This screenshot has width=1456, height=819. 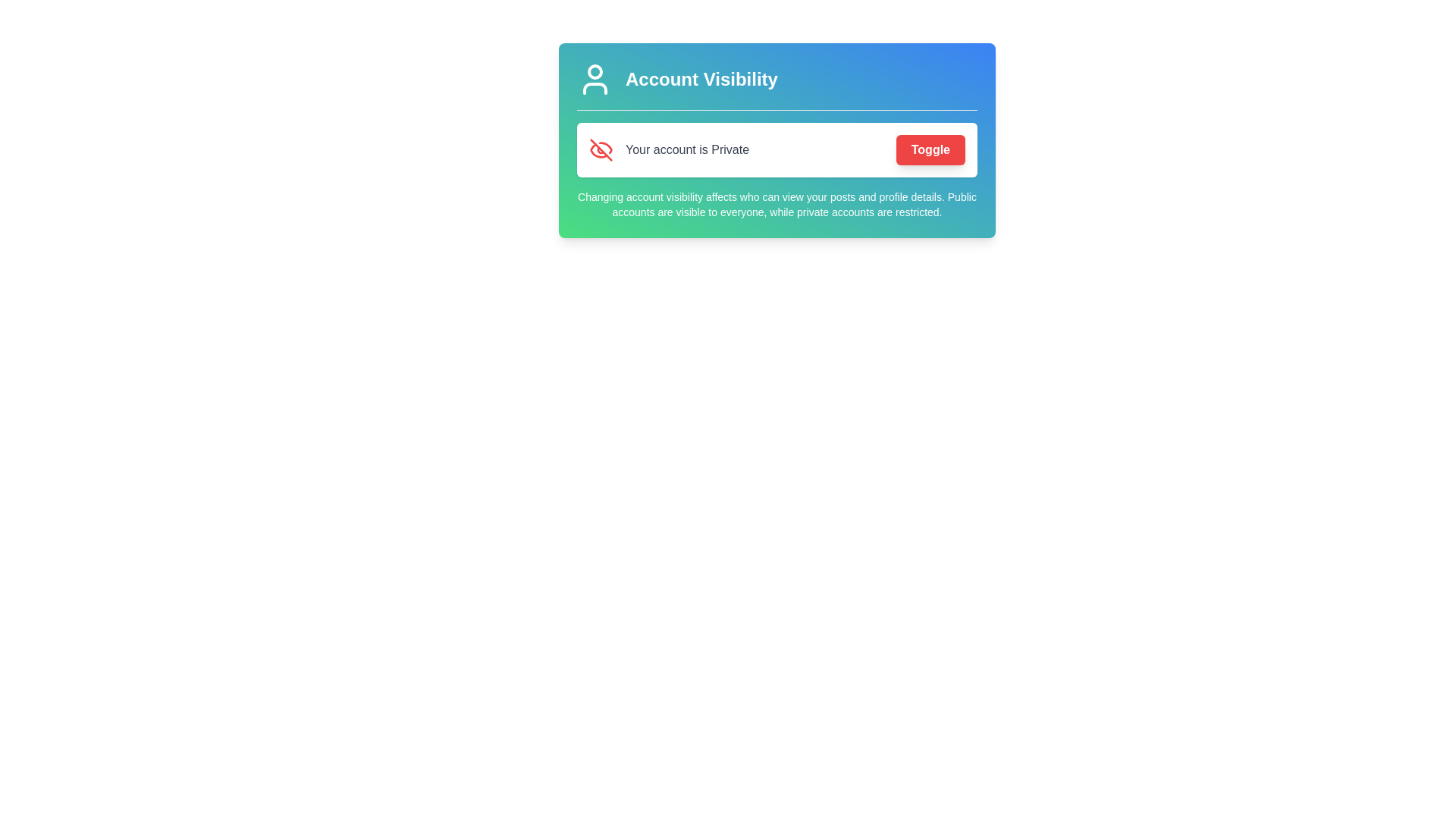 What do you see at coordinates (595, 79) in the screenshot?
I see `the circular user silhouette icon that is white in color and located on a gradient background, positioned to the left of the 'Account Visibility' text` at bounding box center [595, 79].